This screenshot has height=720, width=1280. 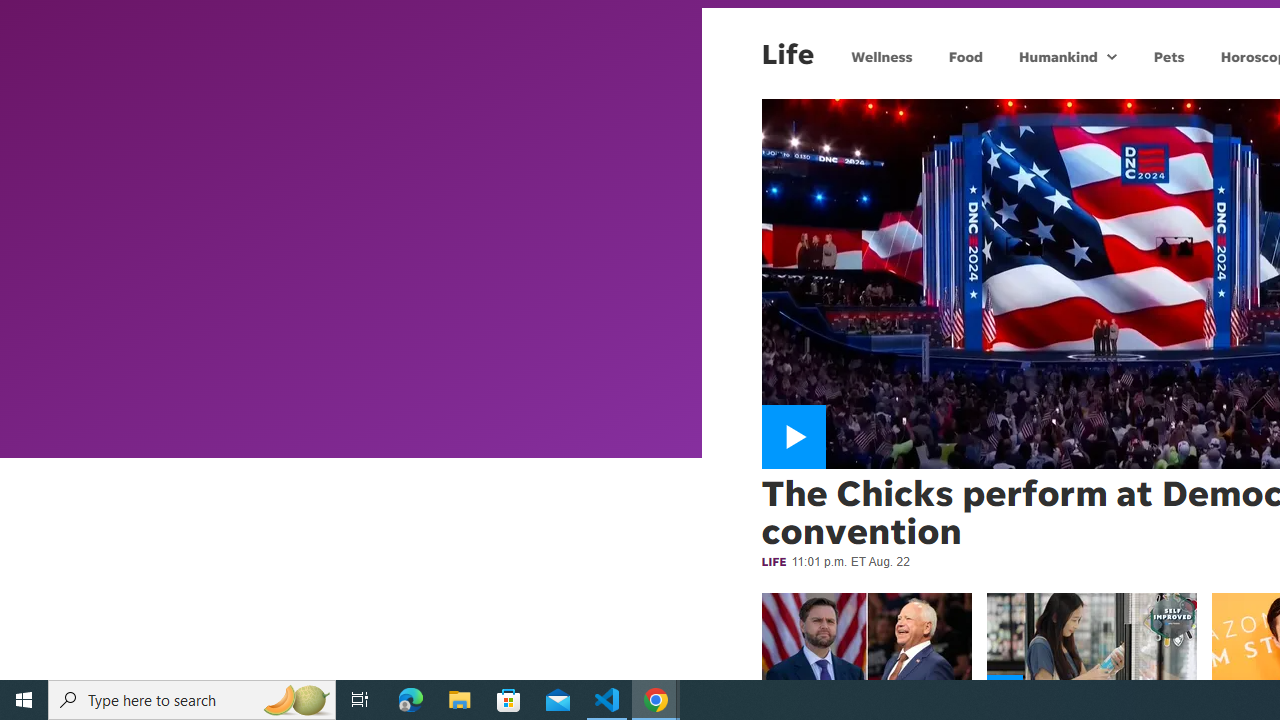 What do you see at coordinates (509, 698) in the screenshot?
I see `'Microsoft Store'` at bounding box center [509, 698].